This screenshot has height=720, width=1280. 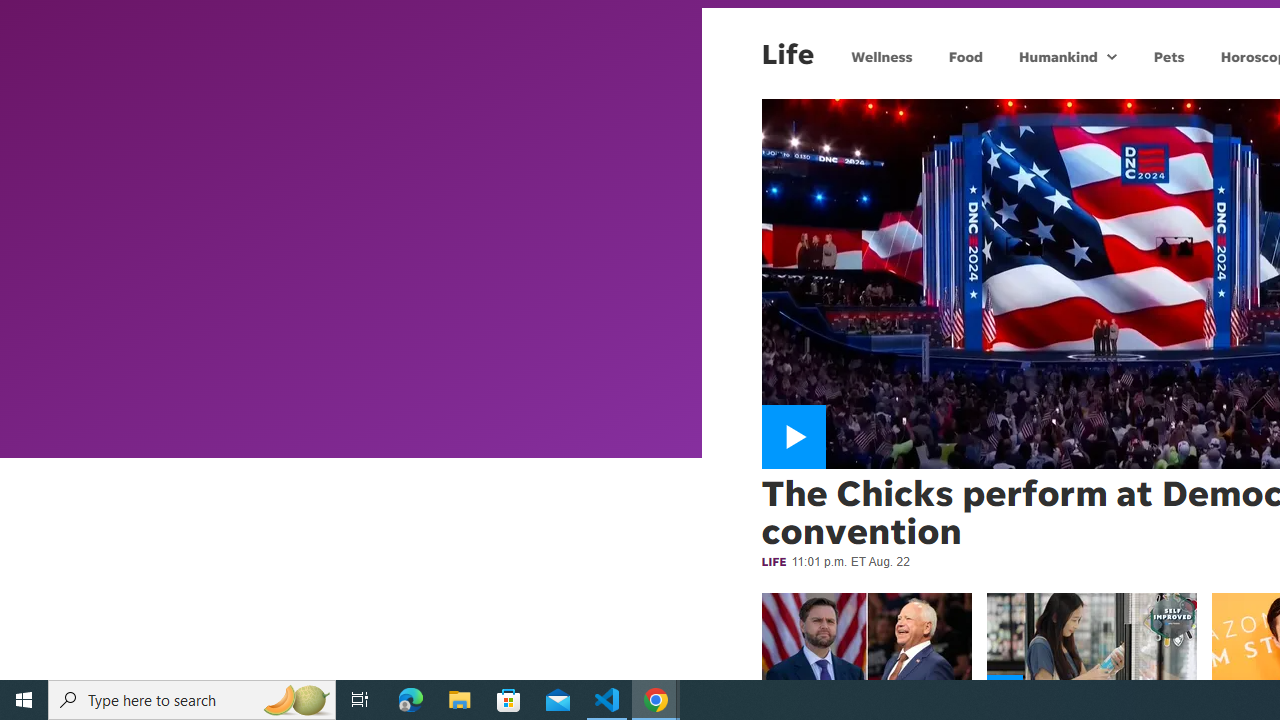 What do you see at coordinates (509, 698) in the screenshot?
I see `'Microsoft Store'` at bounding box center [509, 698].